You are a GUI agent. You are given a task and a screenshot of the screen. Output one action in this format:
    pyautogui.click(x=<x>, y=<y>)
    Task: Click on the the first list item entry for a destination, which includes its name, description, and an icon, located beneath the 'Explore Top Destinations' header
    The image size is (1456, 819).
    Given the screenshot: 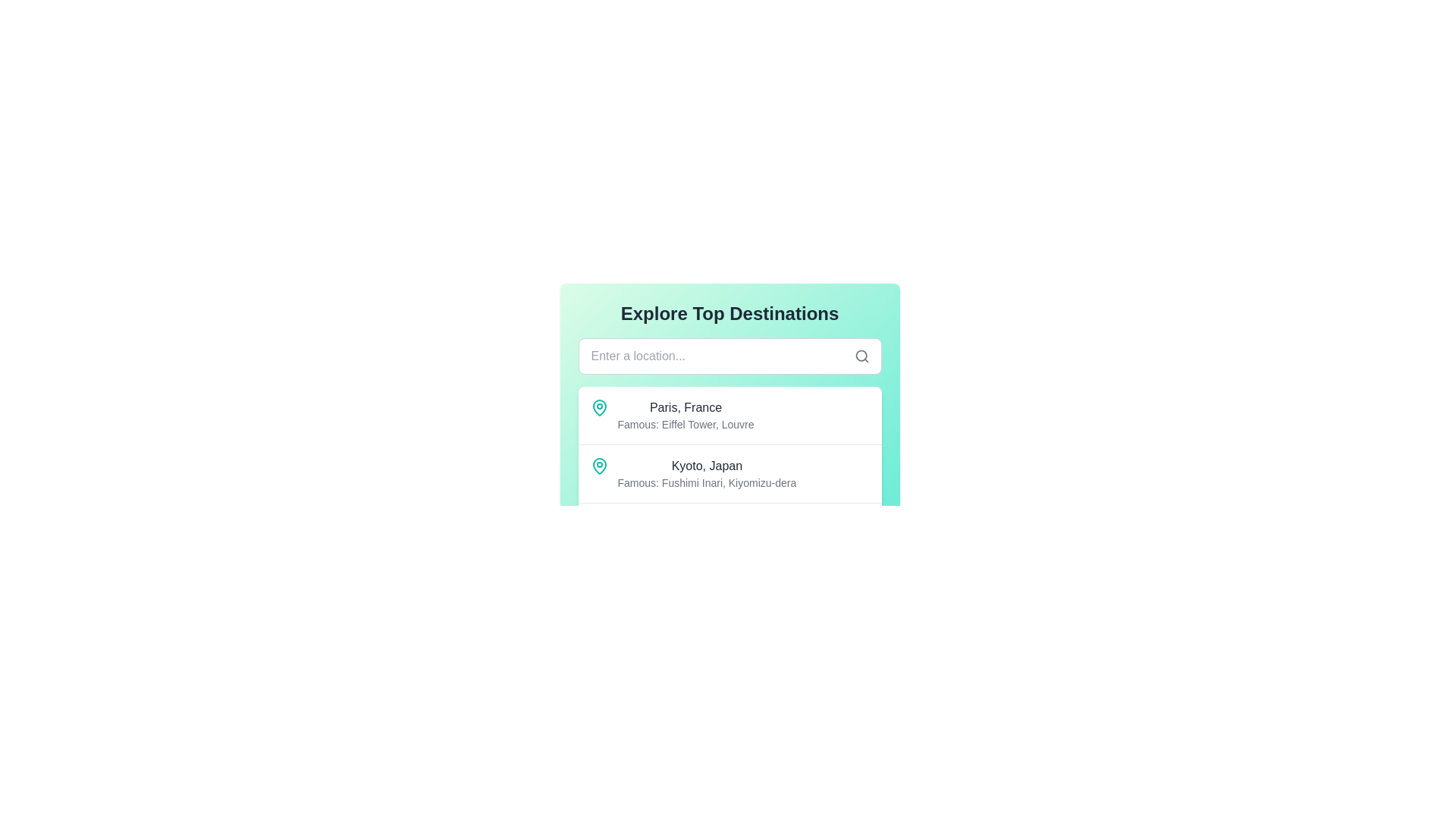 What is the action you would take?
    pyautogui.click(x=730, y=415)
    